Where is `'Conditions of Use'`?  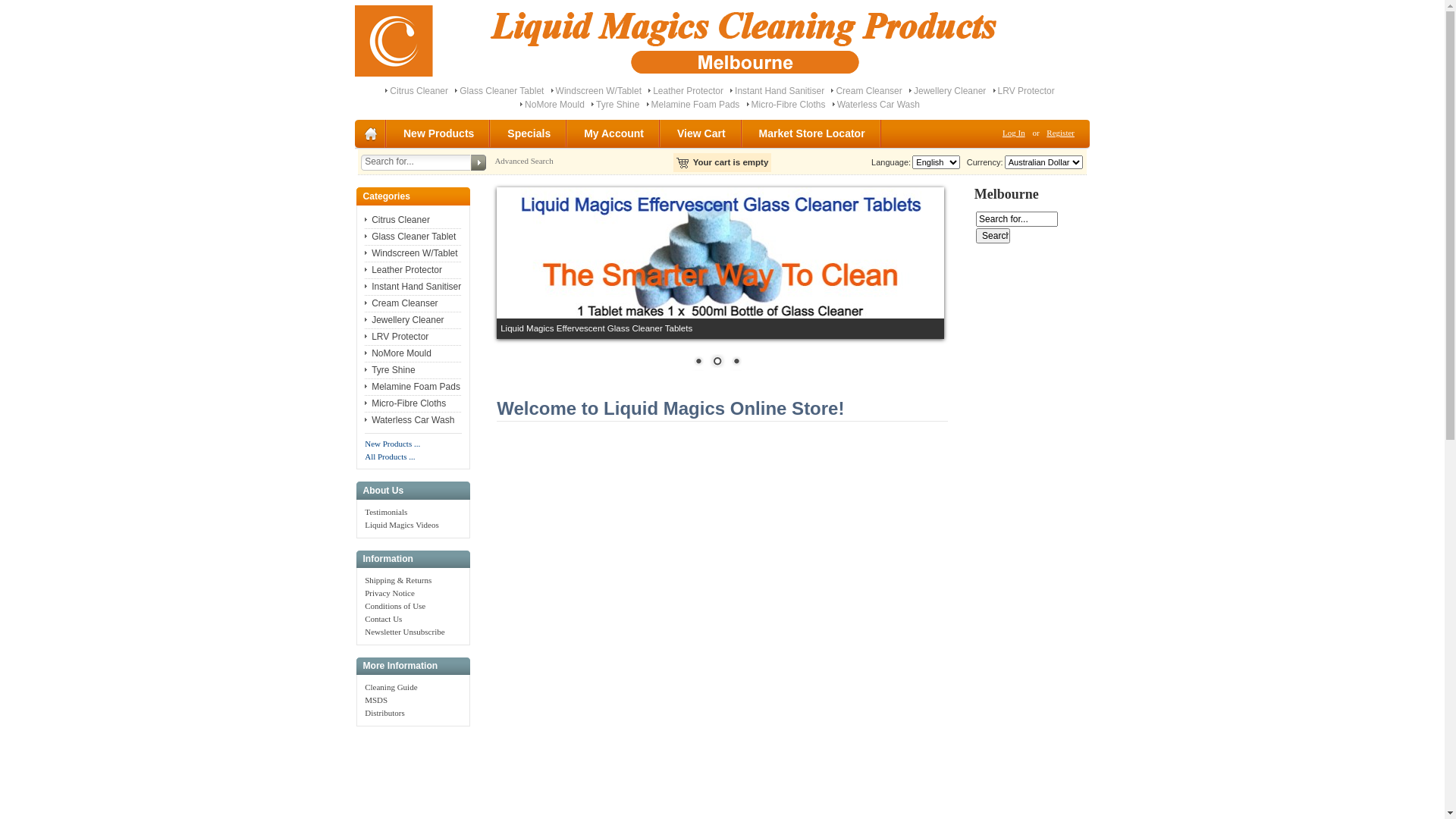 'Conditions of Use' is located at coordinates (395, 604).